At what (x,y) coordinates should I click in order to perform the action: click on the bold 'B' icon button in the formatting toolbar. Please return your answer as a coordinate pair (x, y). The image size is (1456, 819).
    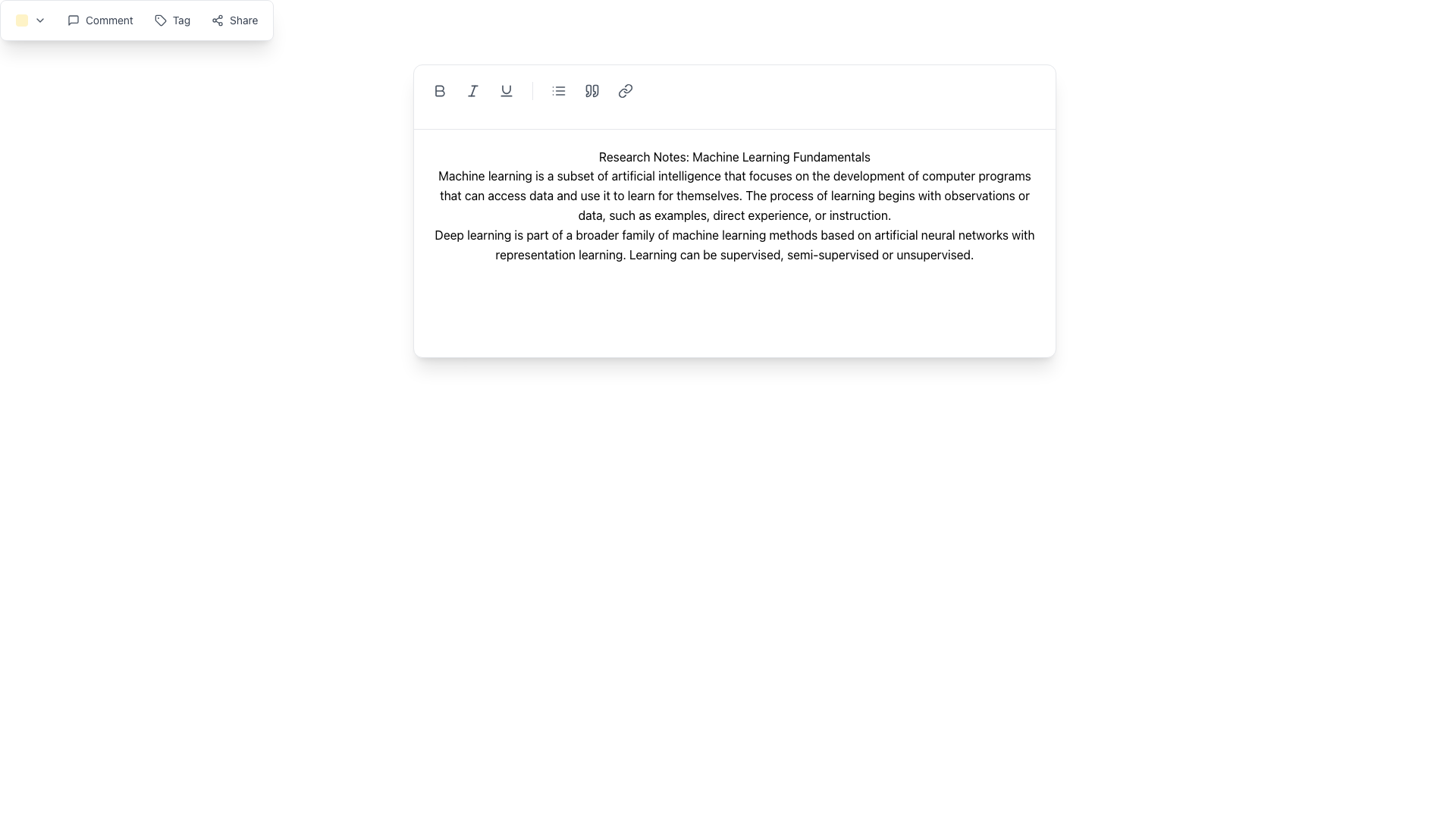
    Looking at the image, I should click on (439, 90).